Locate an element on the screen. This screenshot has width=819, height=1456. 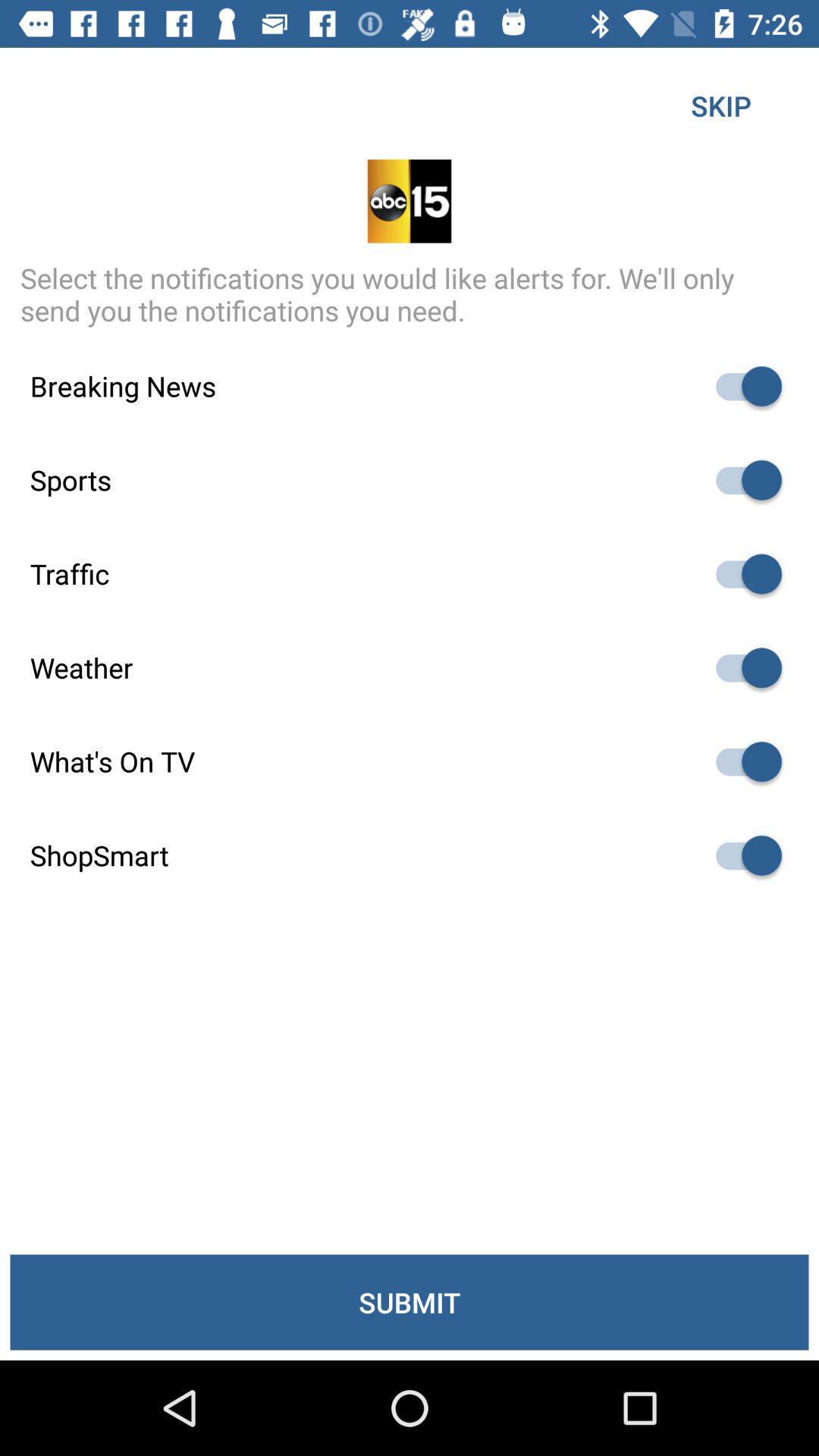
the item above select the notifications icon is located at coordinates (720, 105).